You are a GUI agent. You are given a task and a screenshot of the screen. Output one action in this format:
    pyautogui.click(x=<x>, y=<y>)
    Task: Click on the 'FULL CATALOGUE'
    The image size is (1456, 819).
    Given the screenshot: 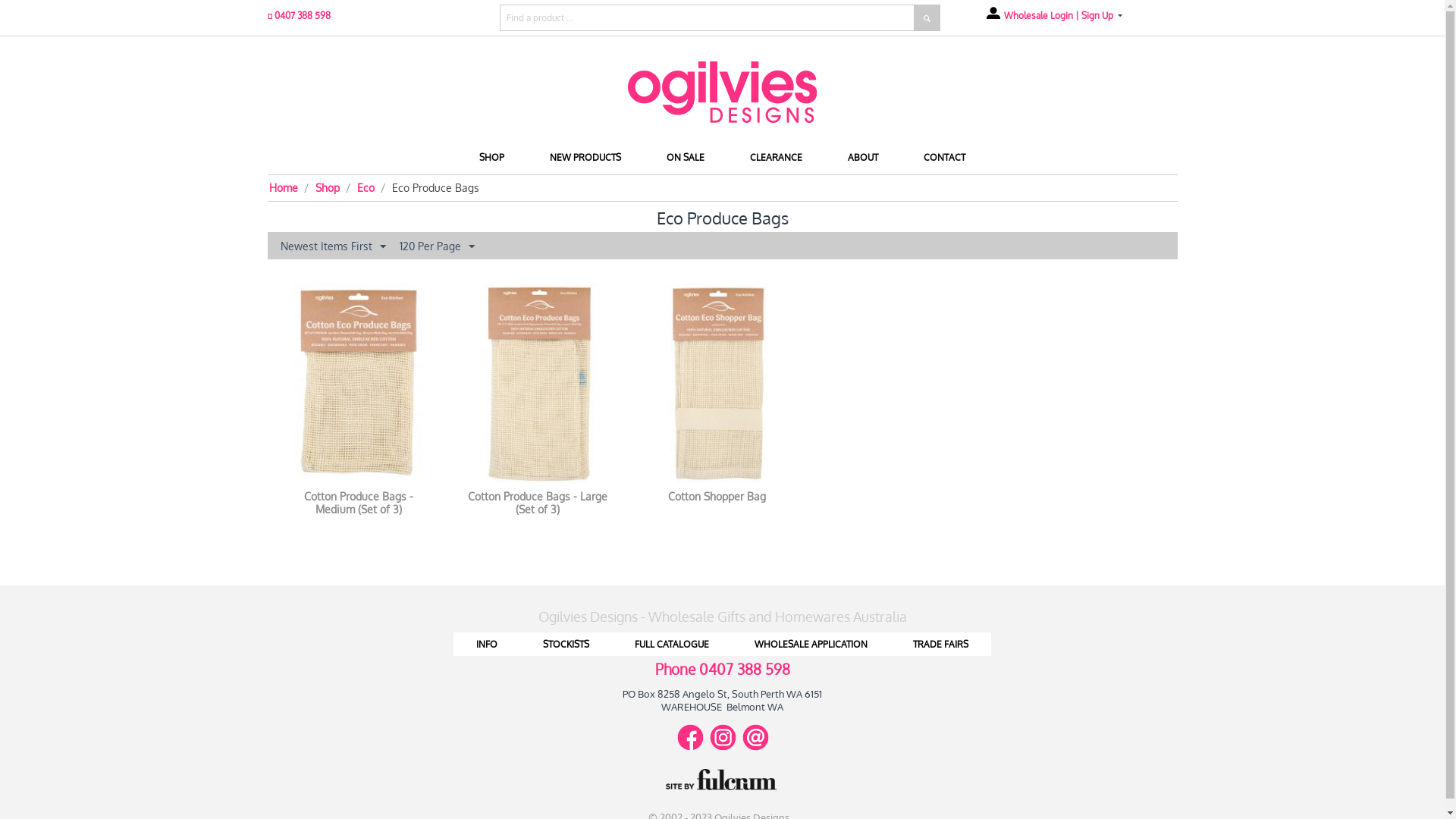 What is the action you would take?
    pyautogui.click(x=671, y=644)
    